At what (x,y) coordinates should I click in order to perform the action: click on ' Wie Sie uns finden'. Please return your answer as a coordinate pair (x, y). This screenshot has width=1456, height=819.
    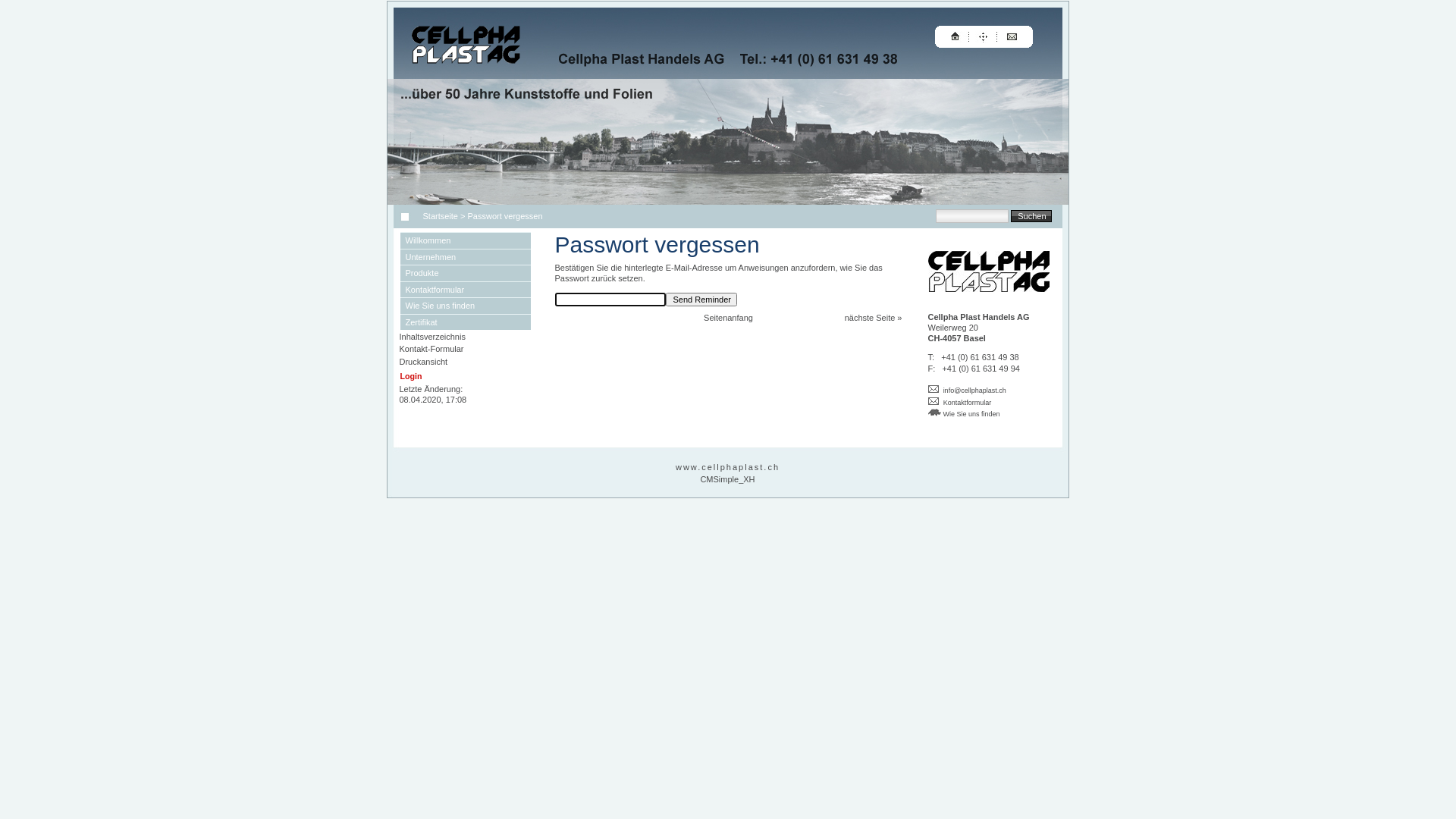
    Looking at the image, I should click on (963, 413).